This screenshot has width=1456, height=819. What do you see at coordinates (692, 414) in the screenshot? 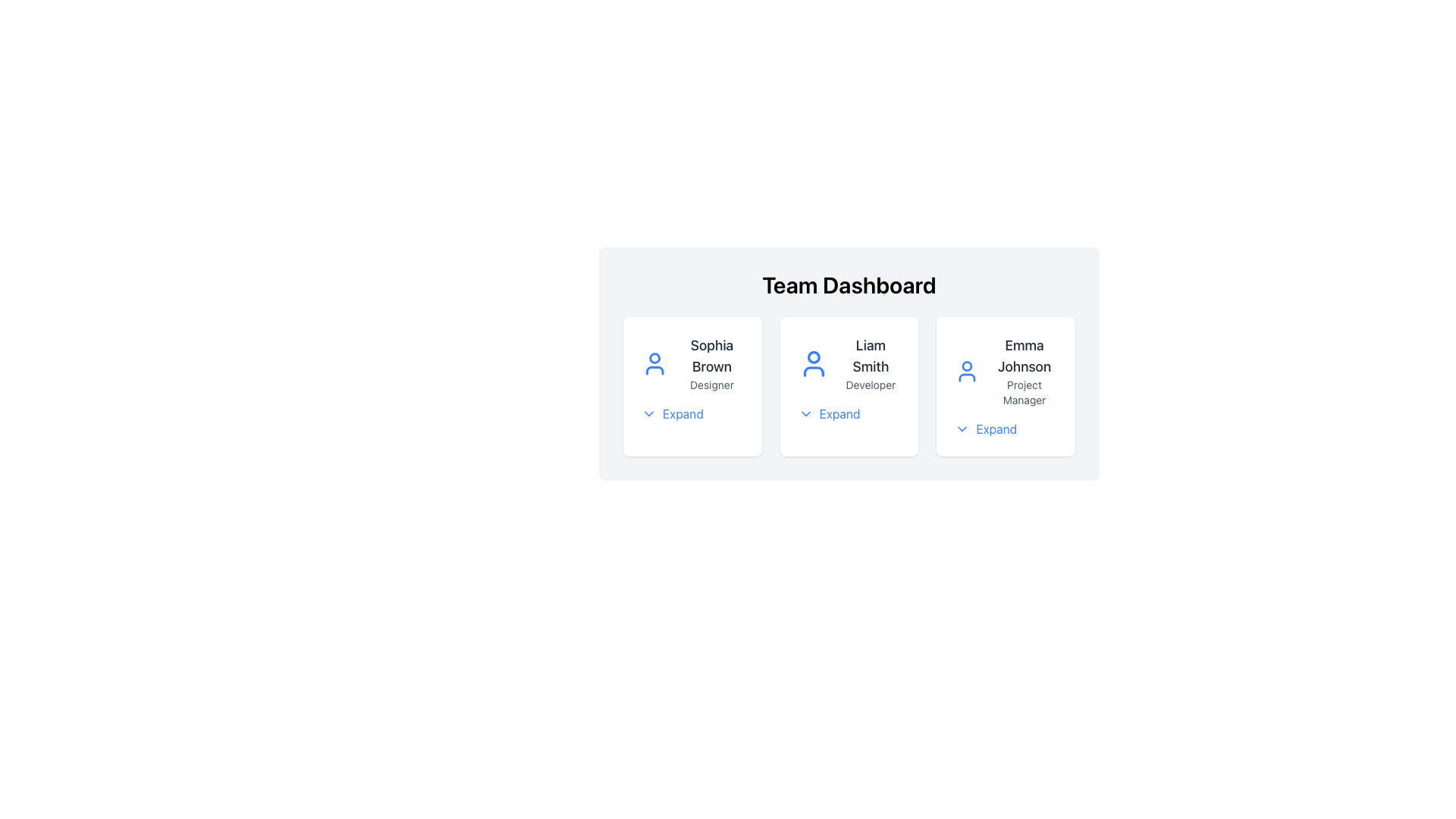
I see `the interactive 'Expand' link with a blue color scheme located below 'Sophia Brown' and 'Designer'` at bounding box center [692, 414].